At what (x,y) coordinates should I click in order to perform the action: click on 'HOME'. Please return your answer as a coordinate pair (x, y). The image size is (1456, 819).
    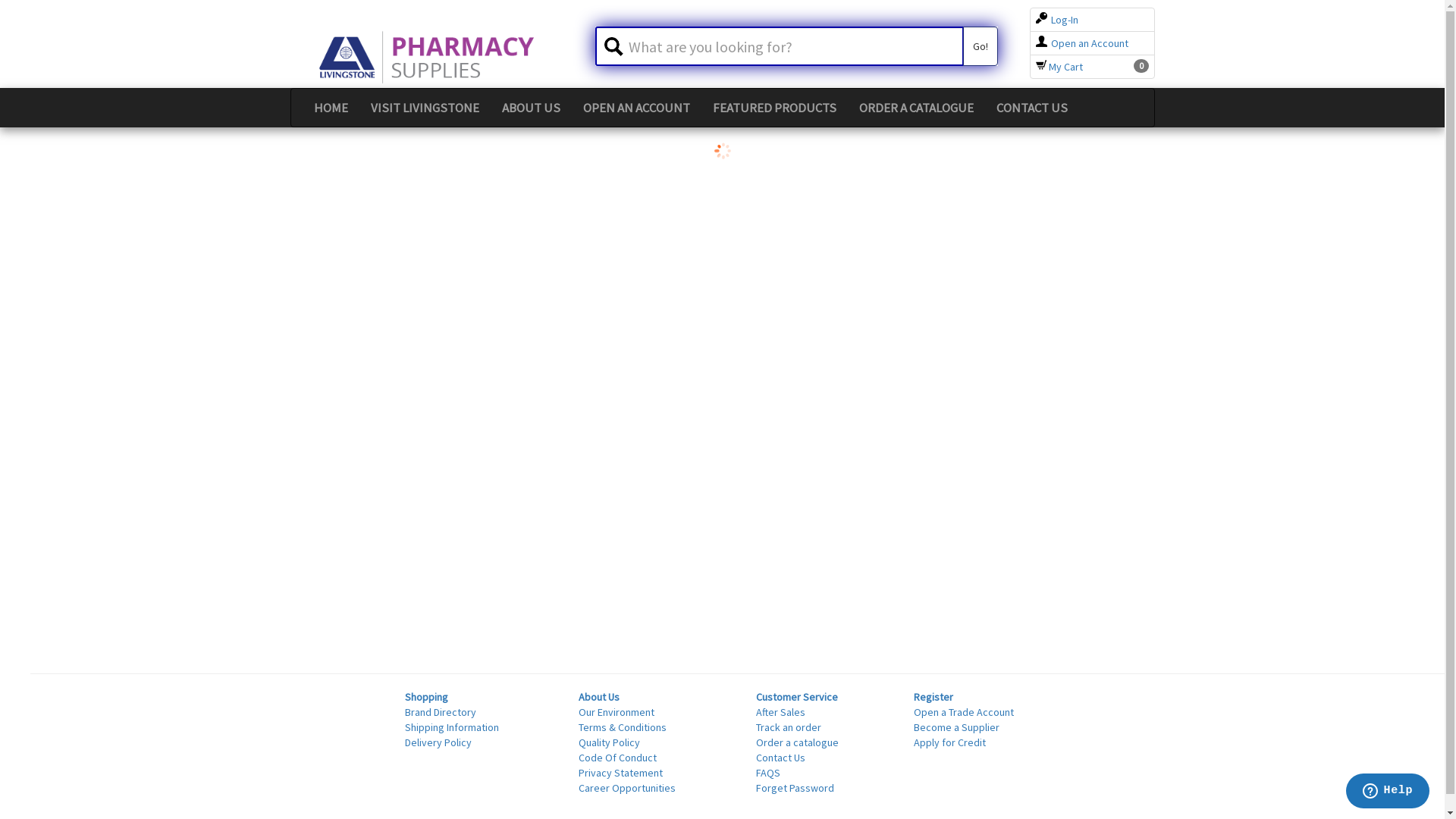
    Looking at the image, I should click on (302, 107).